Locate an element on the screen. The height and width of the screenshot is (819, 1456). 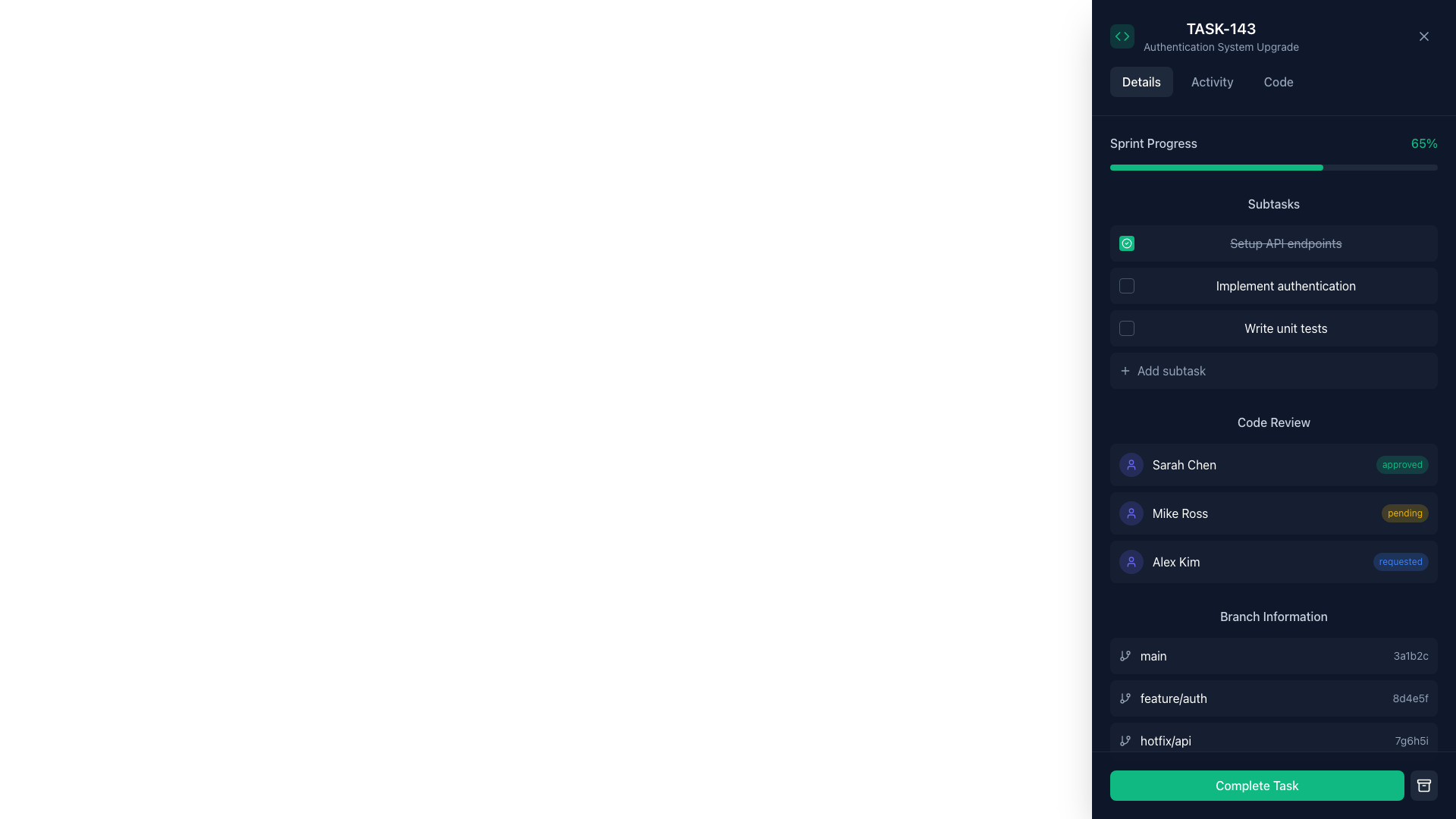
the green circular icon with a white check mark that indicates the completion status of the 'Setup API endpoints' subtask in the right-hand panel is located at coordinates (1127, 242).